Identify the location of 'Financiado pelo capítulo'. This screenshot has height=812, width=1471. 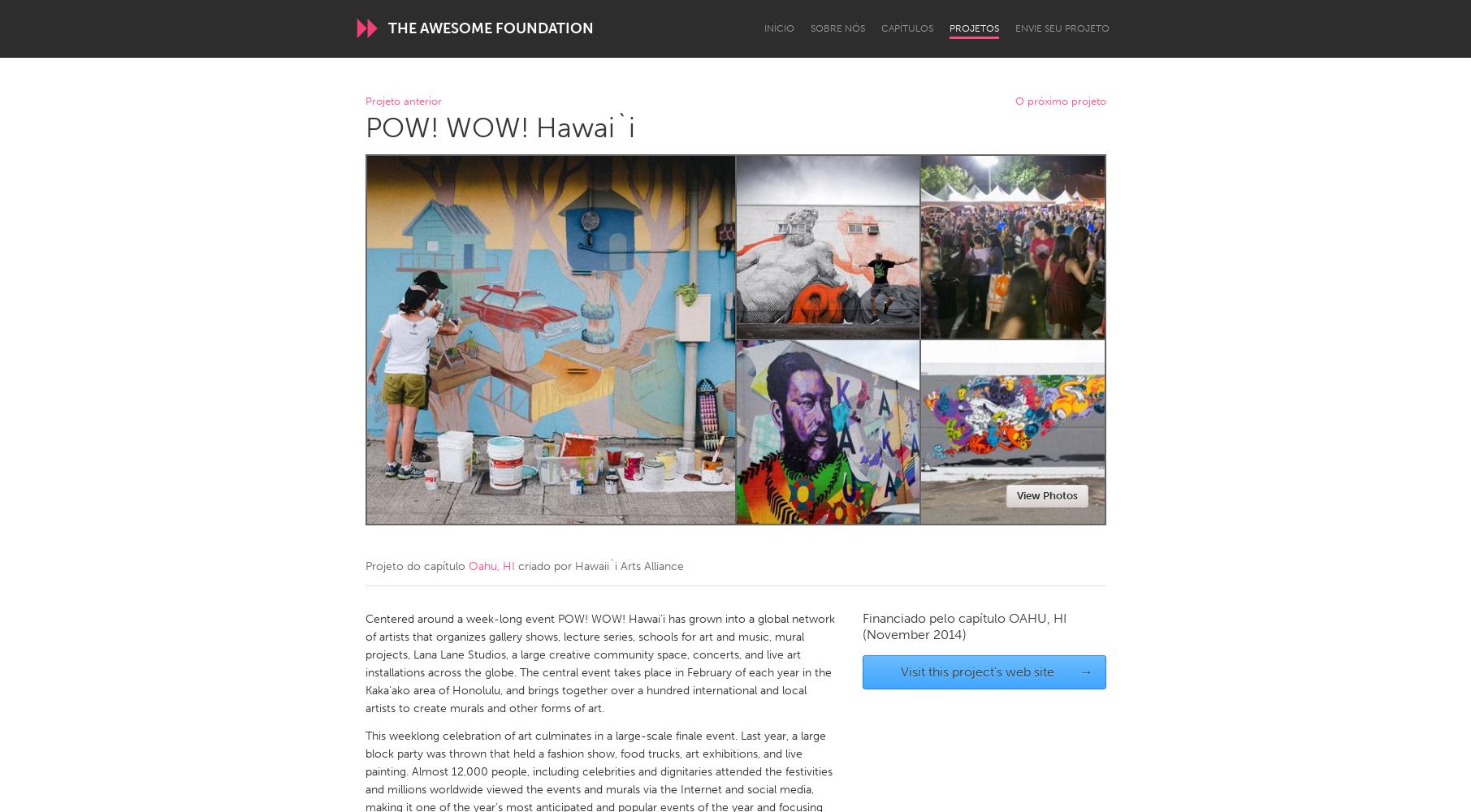
(934, 617).